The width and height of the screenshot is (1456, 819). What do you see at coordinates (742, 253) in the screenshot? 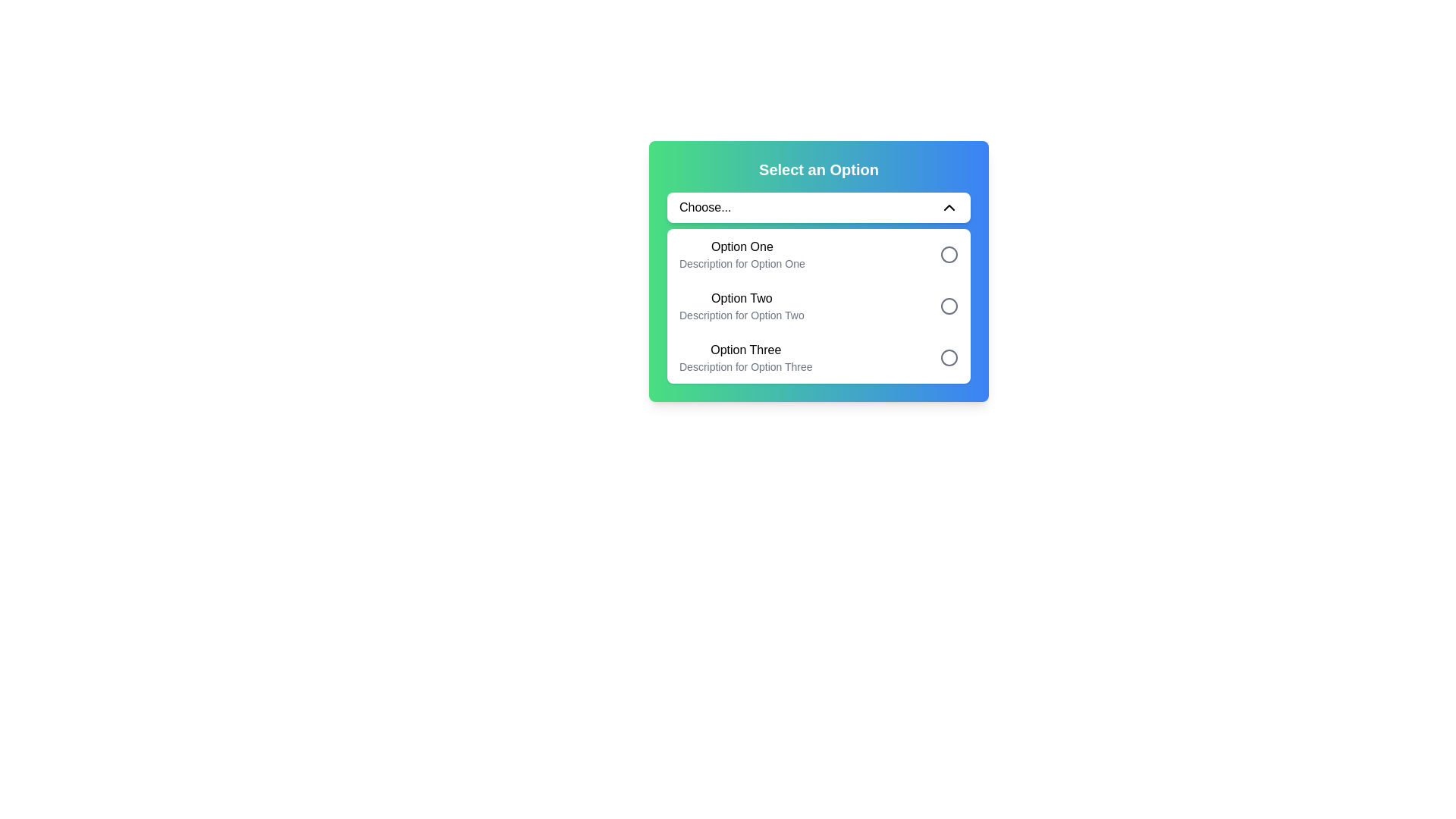
I see `the first selectable option in the dropdown menu, which displays 'Option One' in bold followed by its description` at bounding box center [742, 253].